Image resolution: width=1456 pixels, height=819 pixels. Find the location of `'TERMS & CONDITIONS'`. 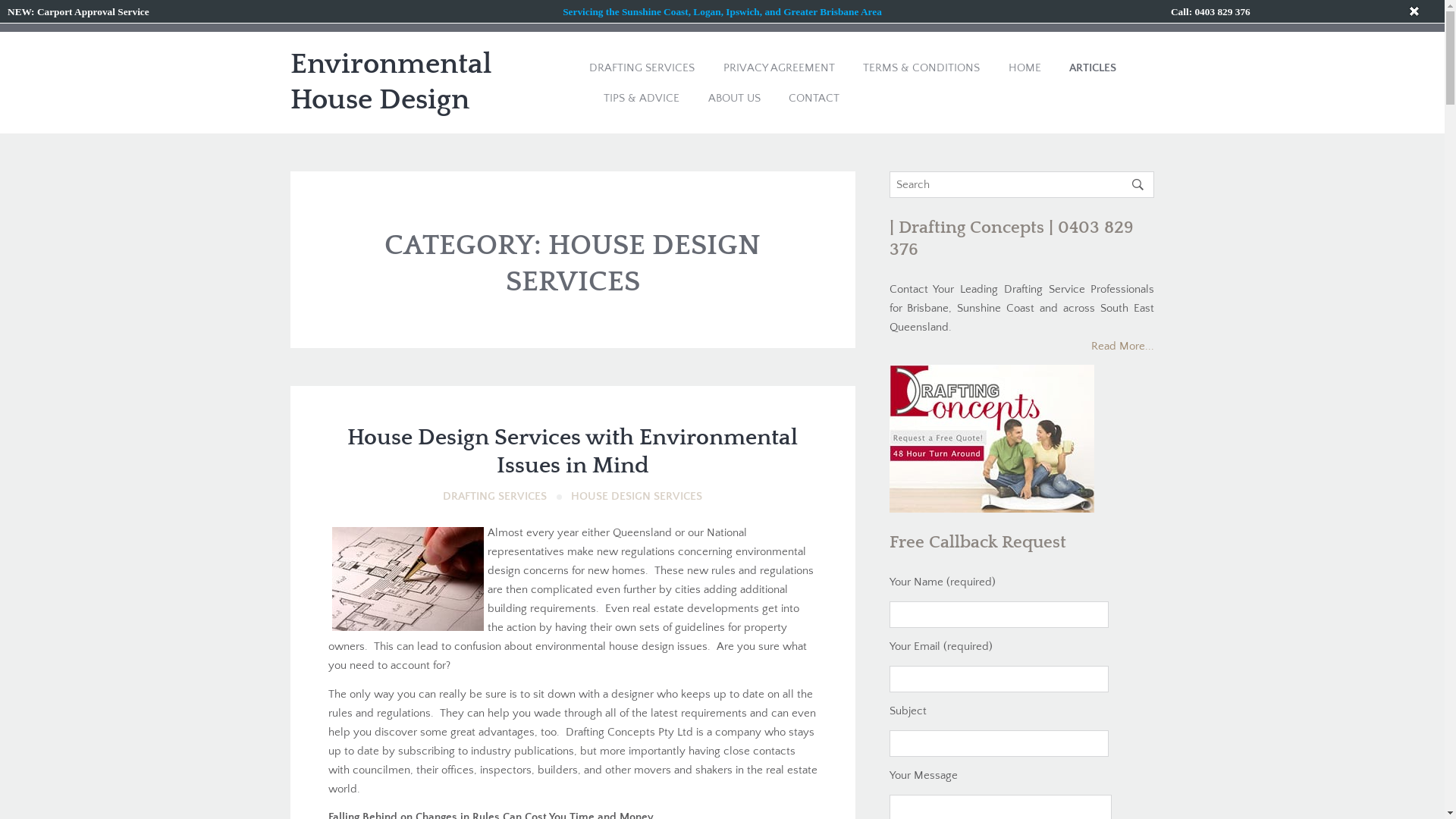

'TERMS & CONDITIONS' is located at coordinates (920, 66).